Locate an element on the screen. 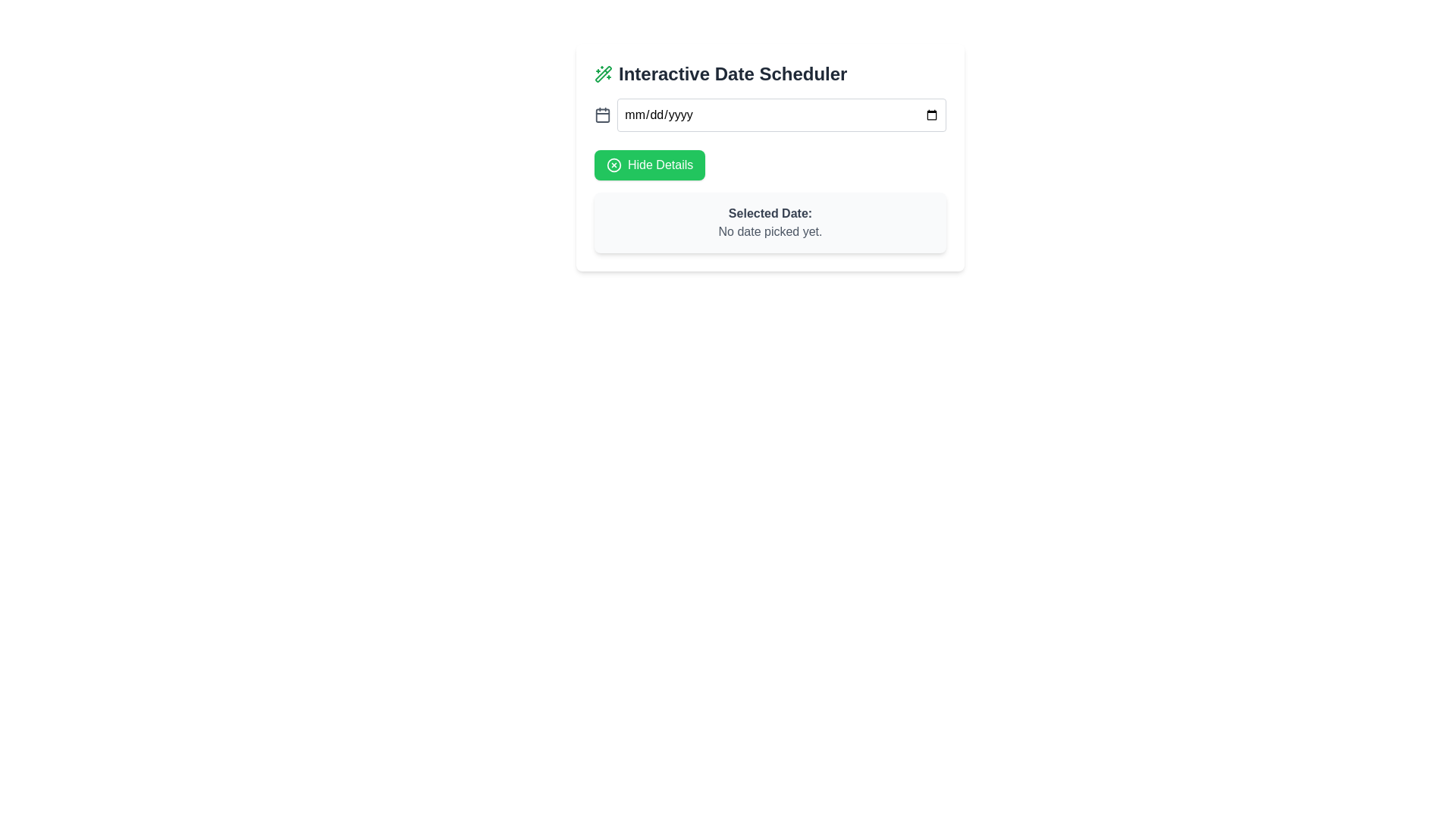 This screenshot has height=819, width=1456. the Text Label displaying 'No date picked yet.' which indicates the current state of date selection under the 'Selected Date:' label is located at coordinates (770, 231).